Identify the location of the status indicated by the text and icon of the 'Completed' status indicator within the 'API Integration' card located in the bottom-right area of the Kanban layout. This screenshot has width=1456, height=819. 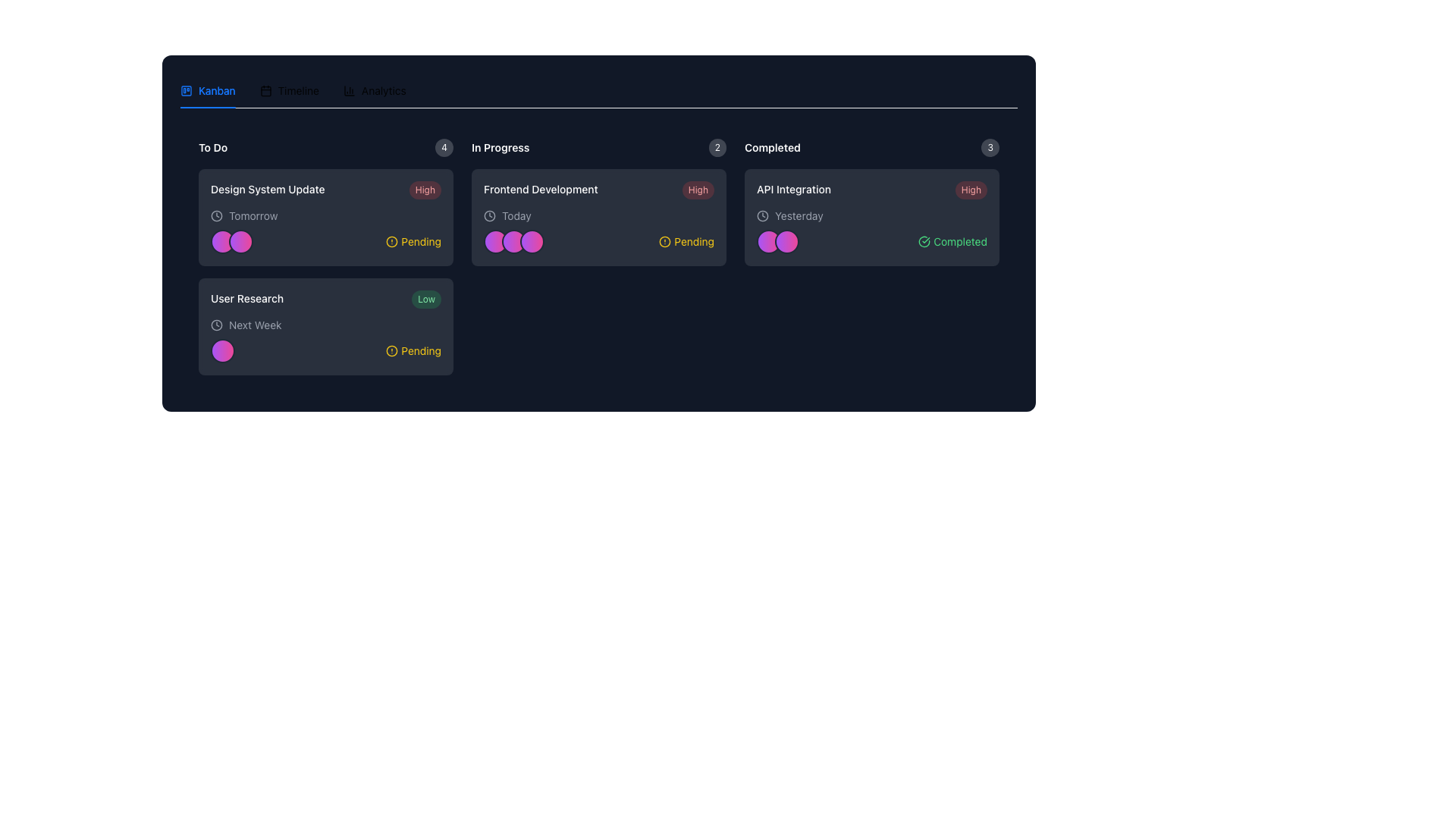
(872, 241).